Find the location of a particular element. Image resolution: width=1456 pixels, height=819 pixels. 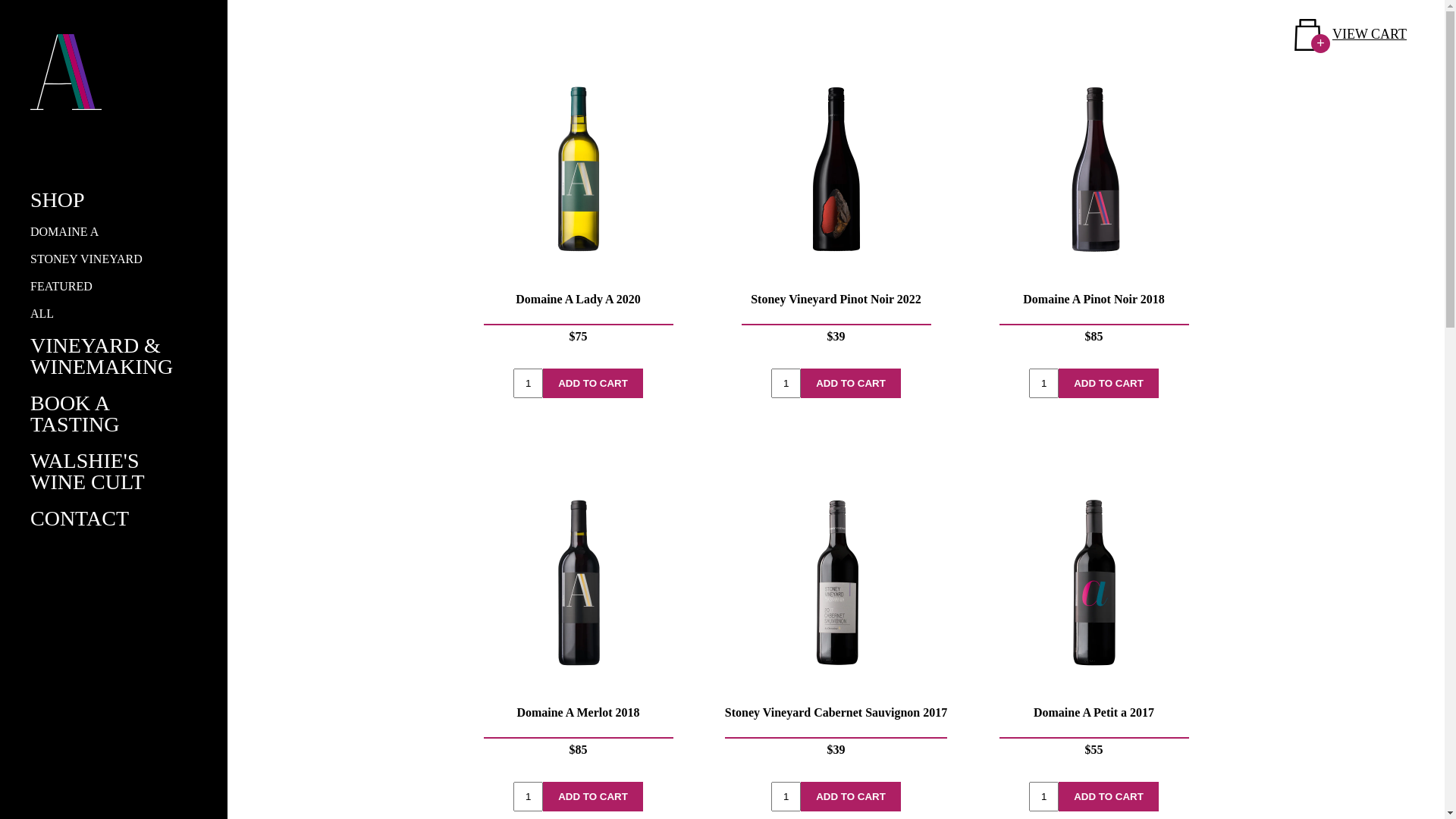

'Stoney Vineyard Pinot Noir 2022 is located at coordinates (835, 210).